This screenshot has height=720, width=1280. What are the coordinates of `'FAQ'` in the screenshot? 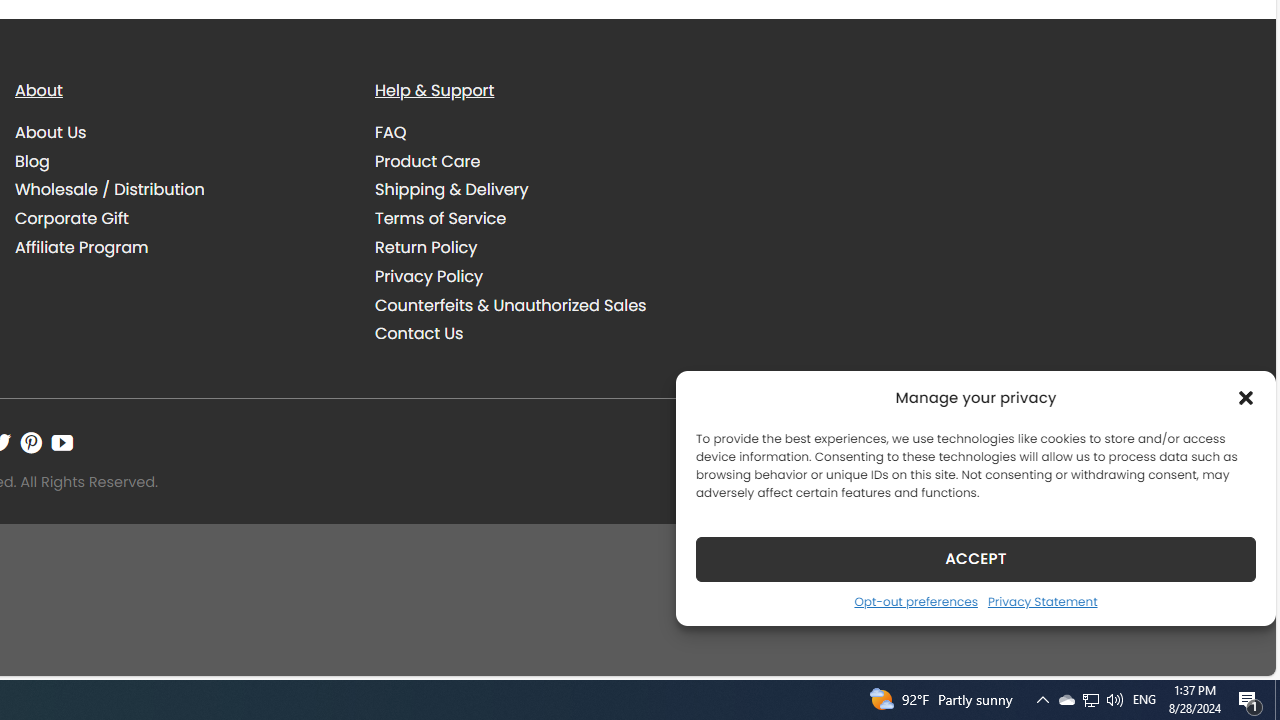 It's located at (540, 132).